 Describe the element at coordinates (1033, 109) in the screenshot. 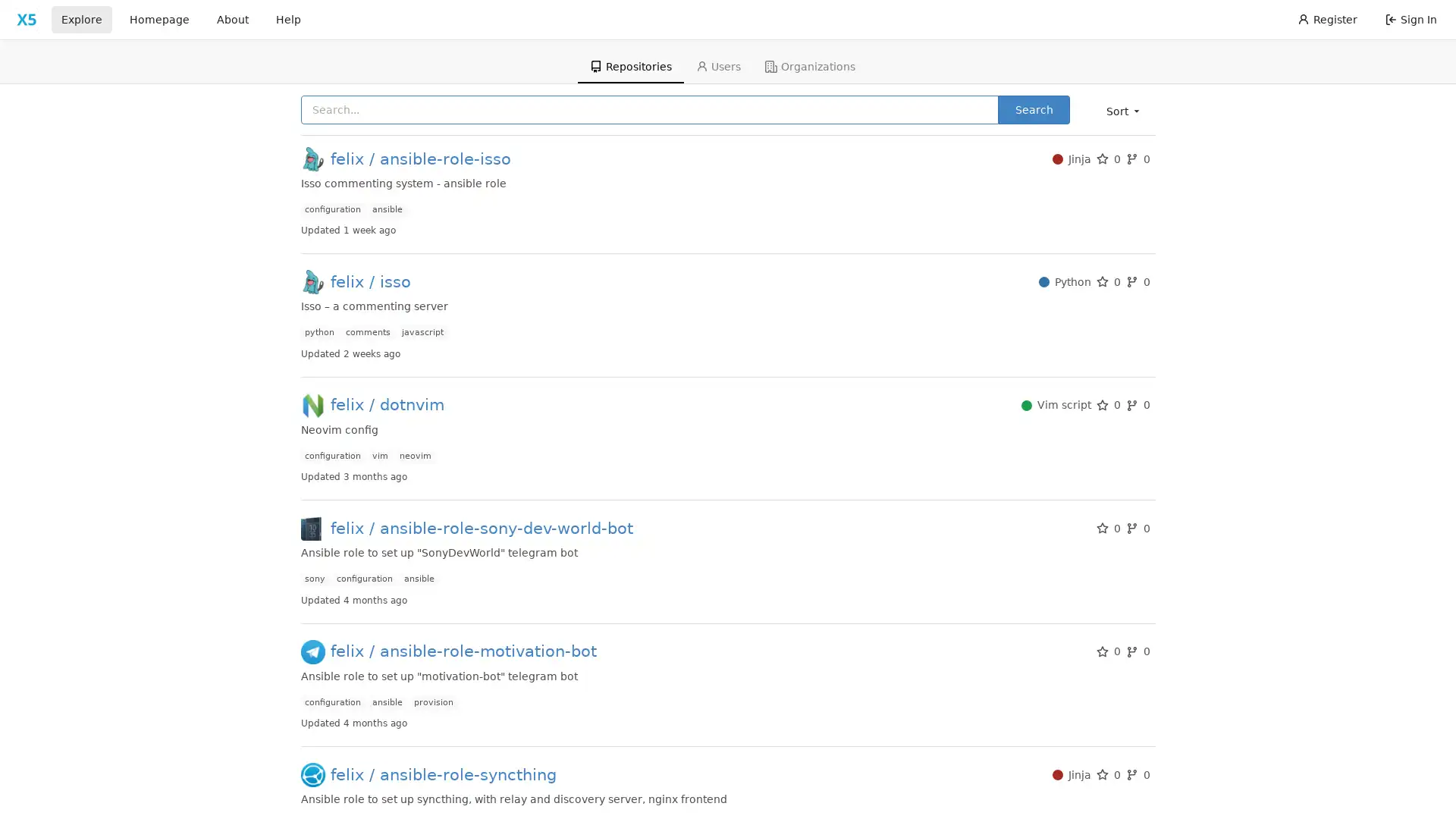

I see `Search` at that location.